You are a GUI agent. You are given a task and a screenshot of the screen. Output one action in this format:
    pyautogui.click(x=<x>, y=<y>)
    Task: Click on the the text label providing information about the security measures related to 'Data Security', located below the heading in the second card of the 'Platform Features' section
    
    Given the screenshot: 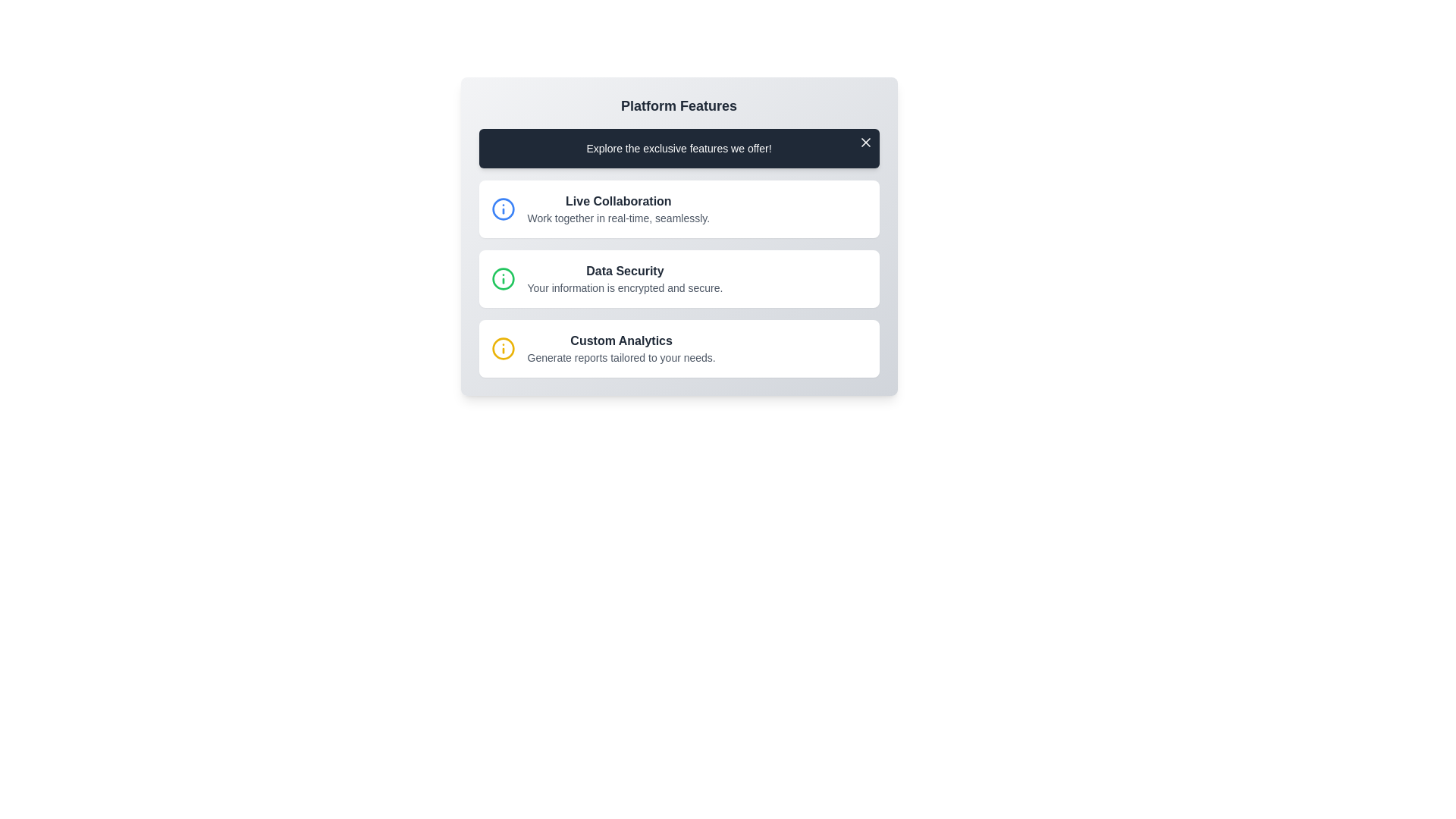 What is the action you would take?
    pyautogui.click(x=625, y=288)
    